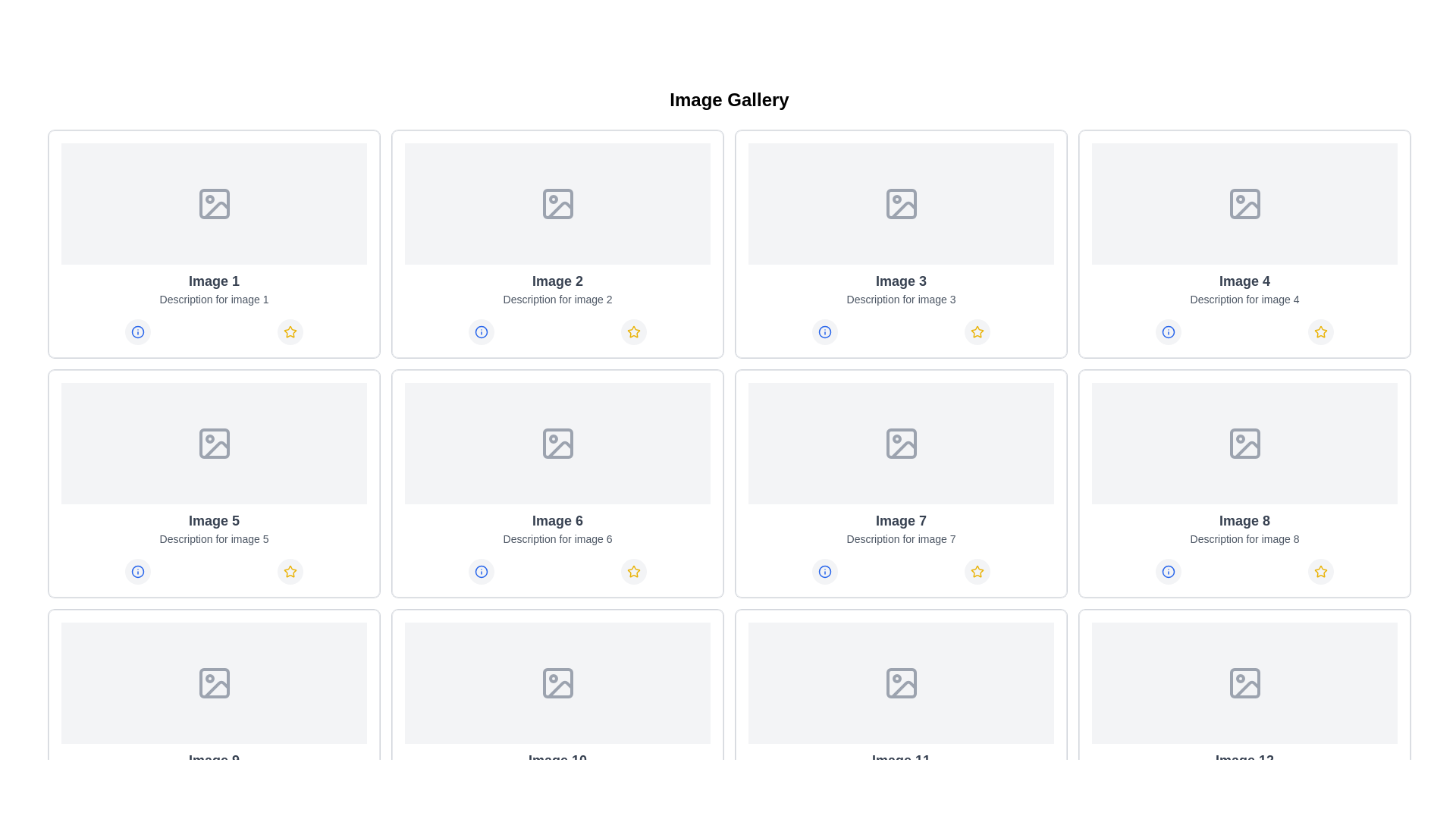 The image size is (1456, 819). What do you see at coordinates (1320, 331) in the screenshot?
I see `the star-shaped icon button with a yellow outline on a light gray background located at the bottom-right corner of the 'Image 4' card` at bounding box center [1320, 331].